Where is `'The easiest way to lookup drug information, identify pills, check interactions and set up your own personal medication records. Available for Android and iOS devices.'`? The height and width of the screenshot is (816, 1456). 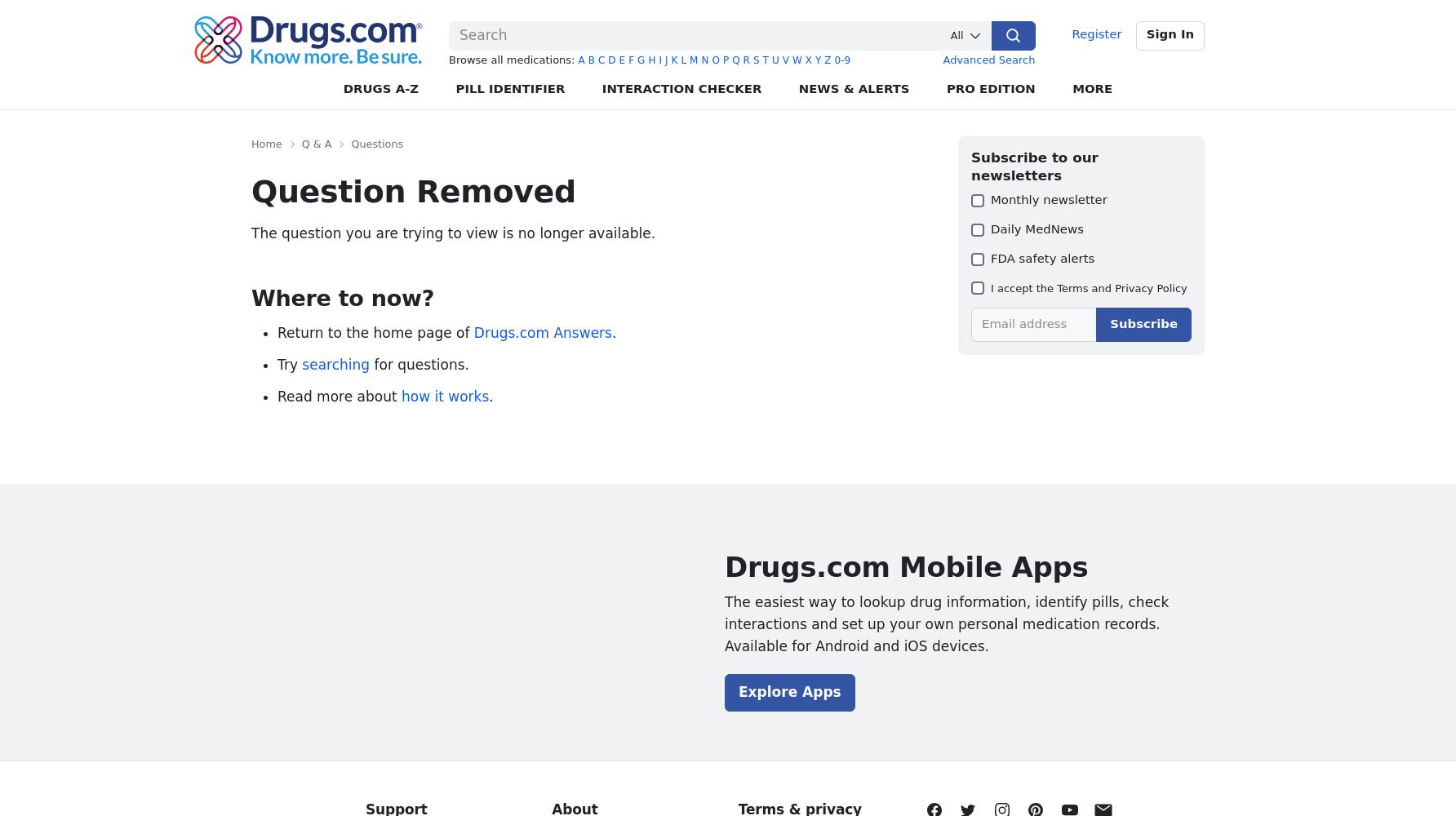
'The easiest way to lookup drug information, identify pills, check interactions and set up your own personal medication records. Available for Android and iOS devices.' is located at coordinates (946, 623).